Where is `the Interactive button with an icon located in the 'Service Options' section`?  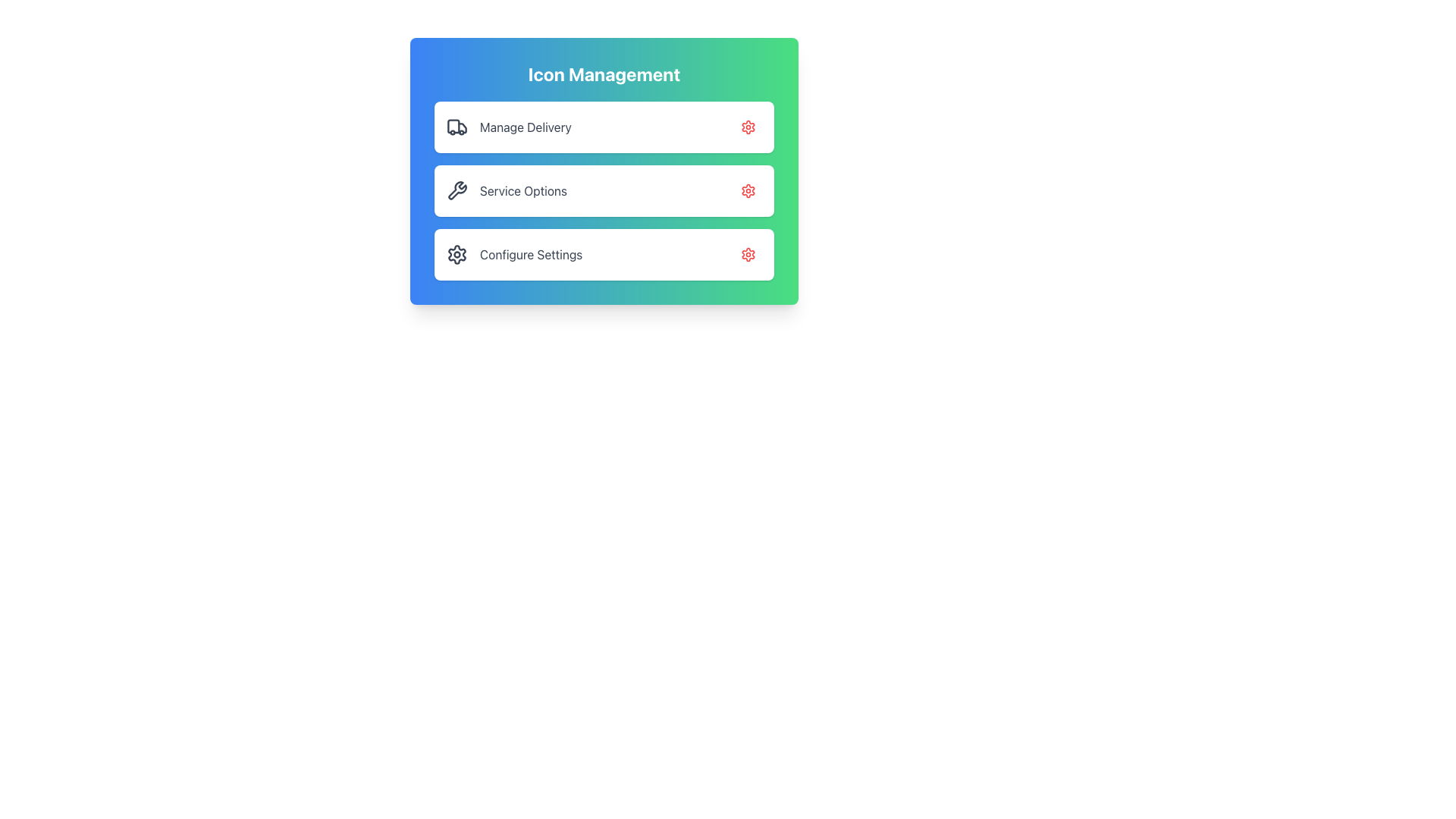
the Interactive button with an icon located in the 'Service Options' section is located at coordinates (748, 190).